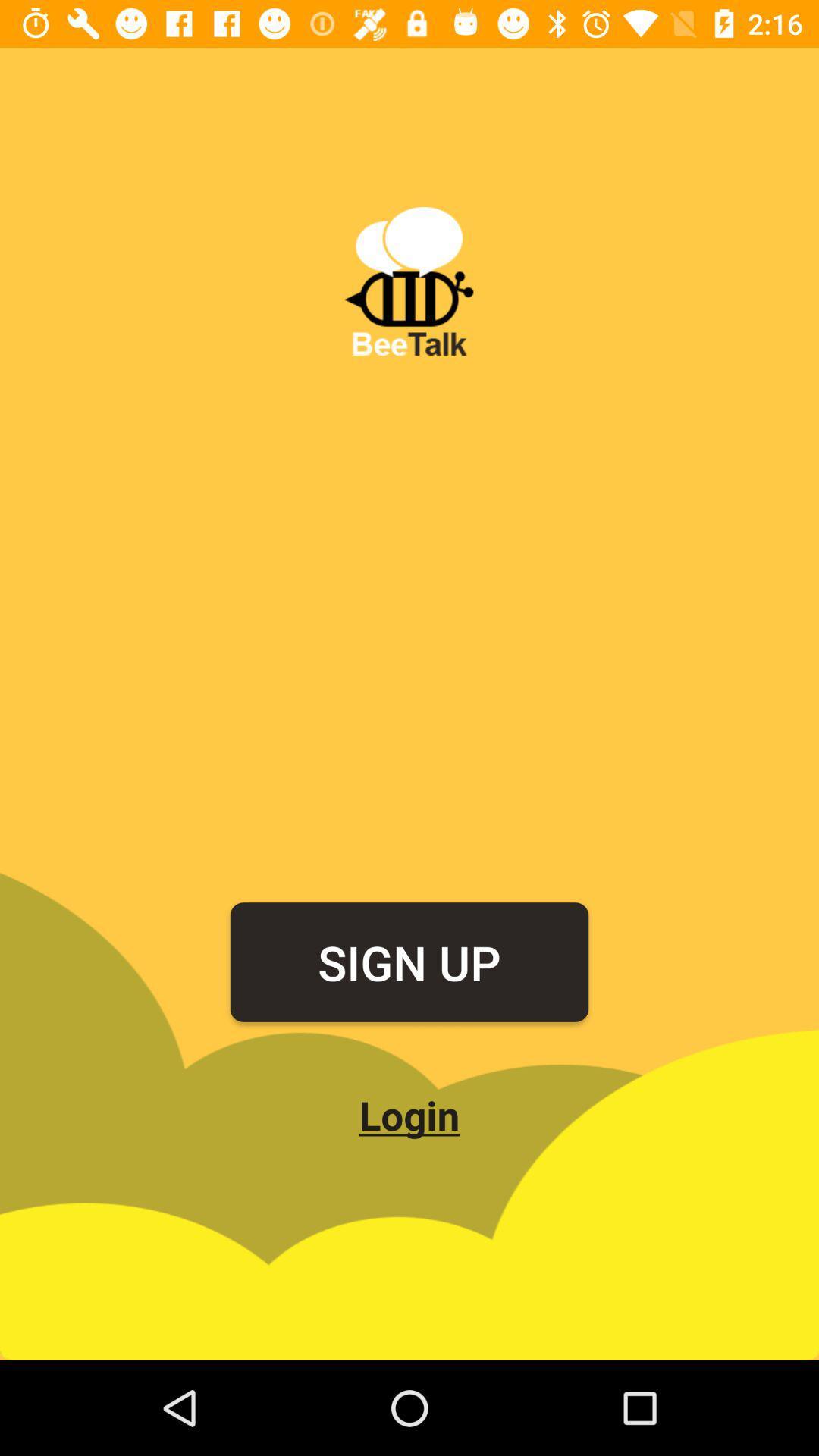 The width and height of the screenshot is (819, 1456). What do you see at coordinates (409, 961) in the screenshot?
I see `the sign up item` at bounding box center [409, 961].